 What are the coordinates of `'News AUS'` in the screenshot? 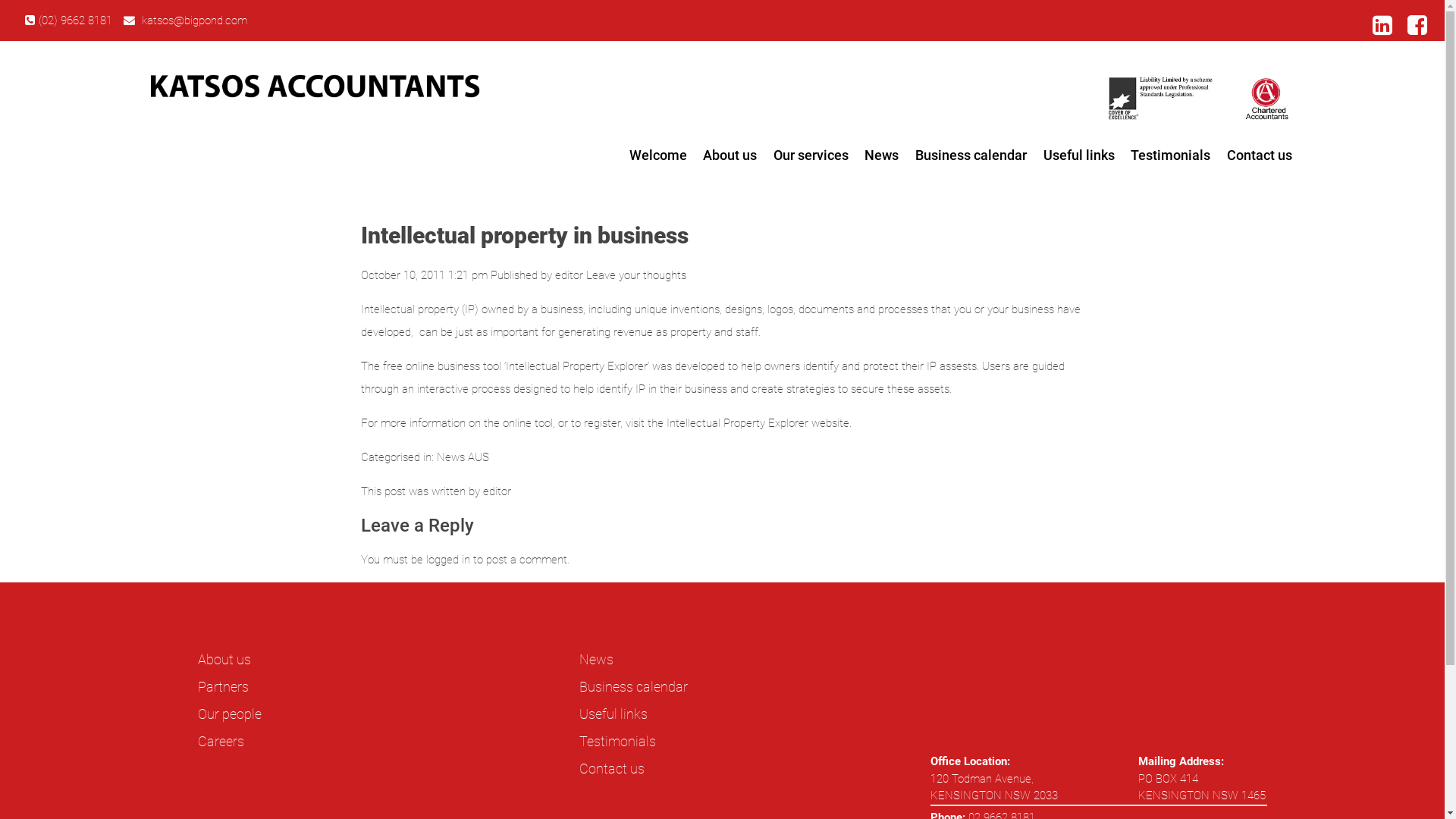 It's located at (436, 456).